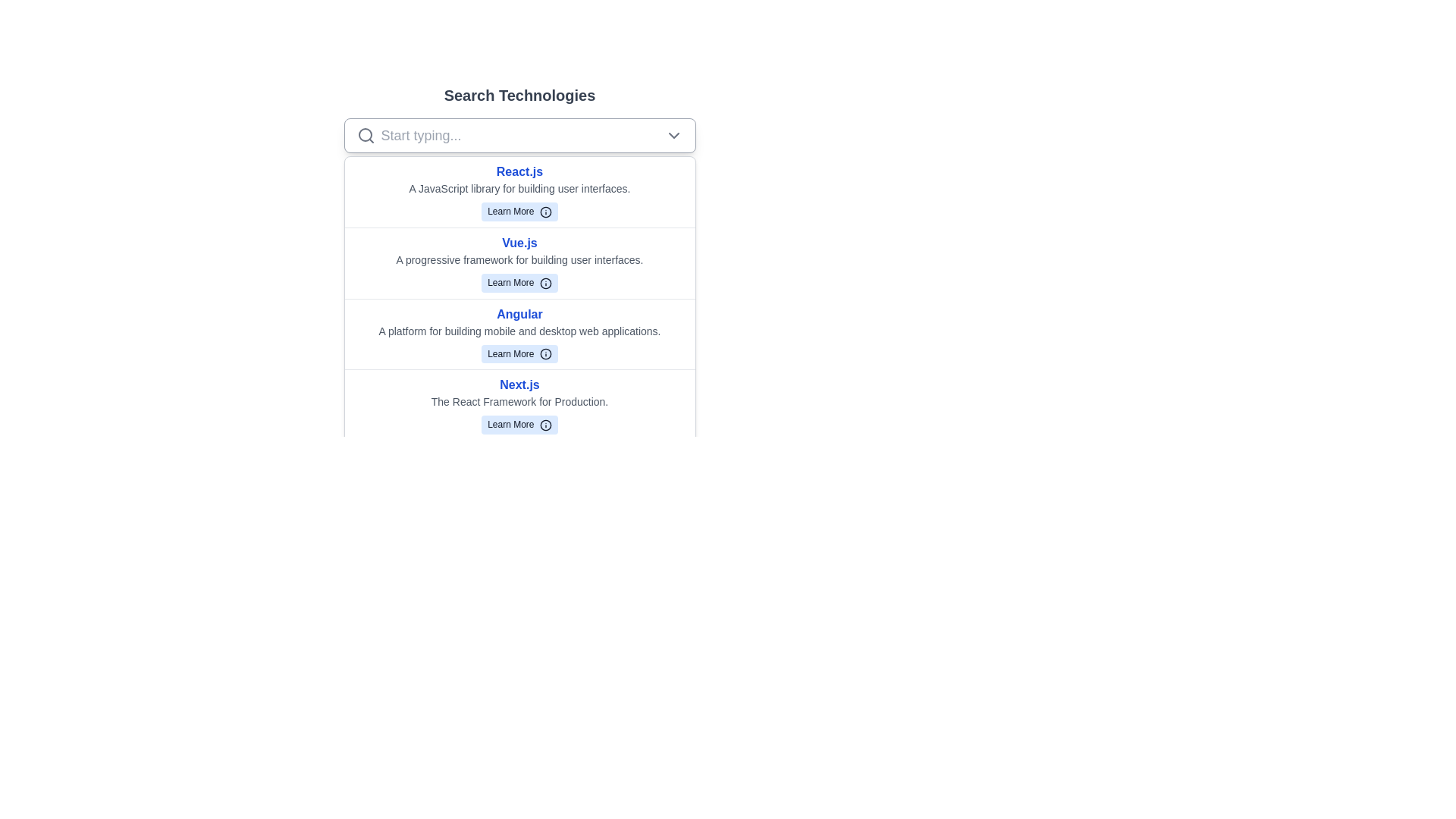 The width and height of the screenshot is (1456, 819). What do you see at coordinates (545, 354) in the screenshot?
I see `the compact circular icon with a blue border and fill, which represents an informative symbol ('i'), located within the 'Learn More' button associated with the 'Angular' technology entry` at bounding box center [545, 354].